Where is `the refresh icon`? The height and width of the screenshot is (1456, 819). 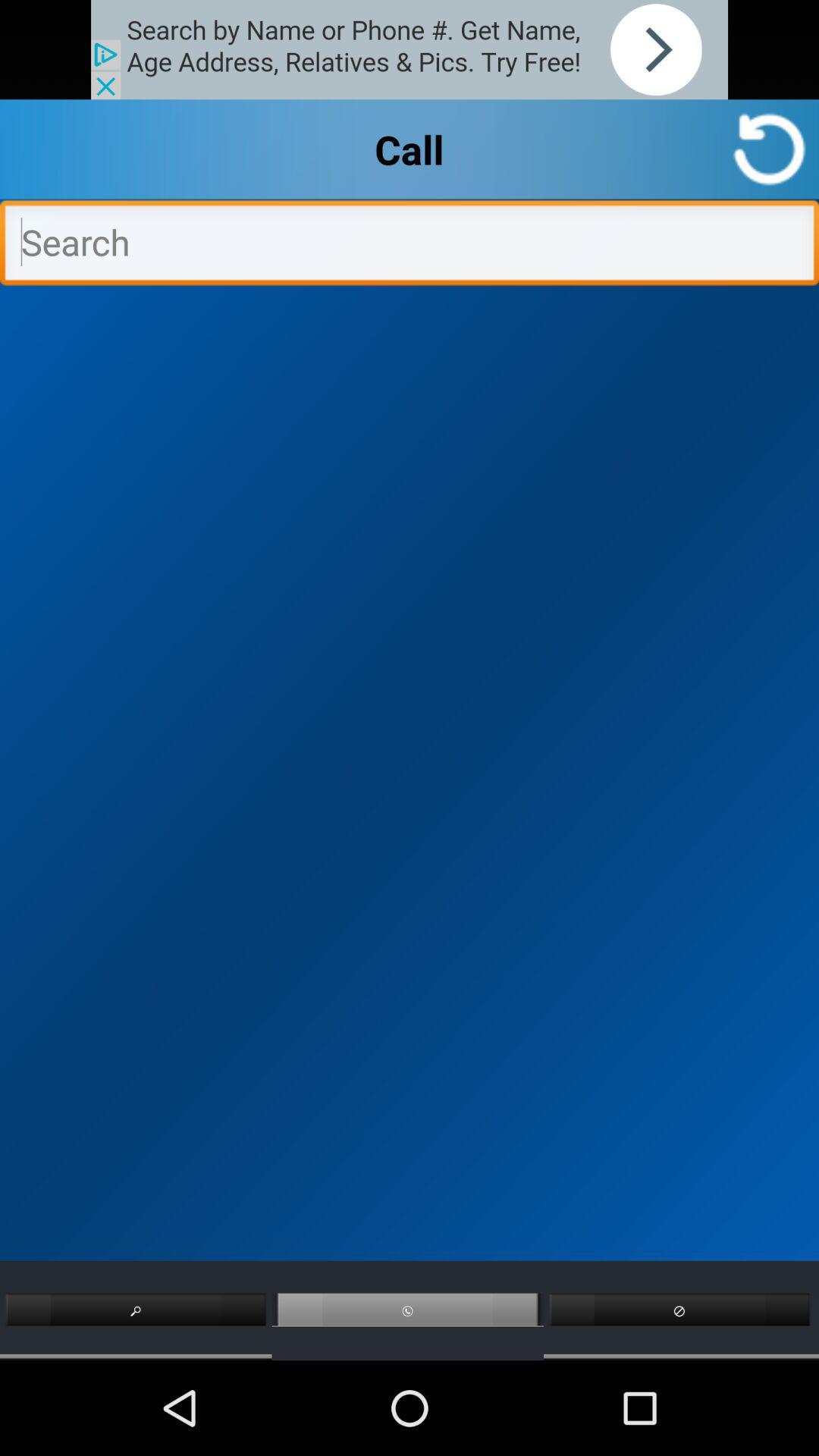
the refresh icon is located at coordinates (769, 159).